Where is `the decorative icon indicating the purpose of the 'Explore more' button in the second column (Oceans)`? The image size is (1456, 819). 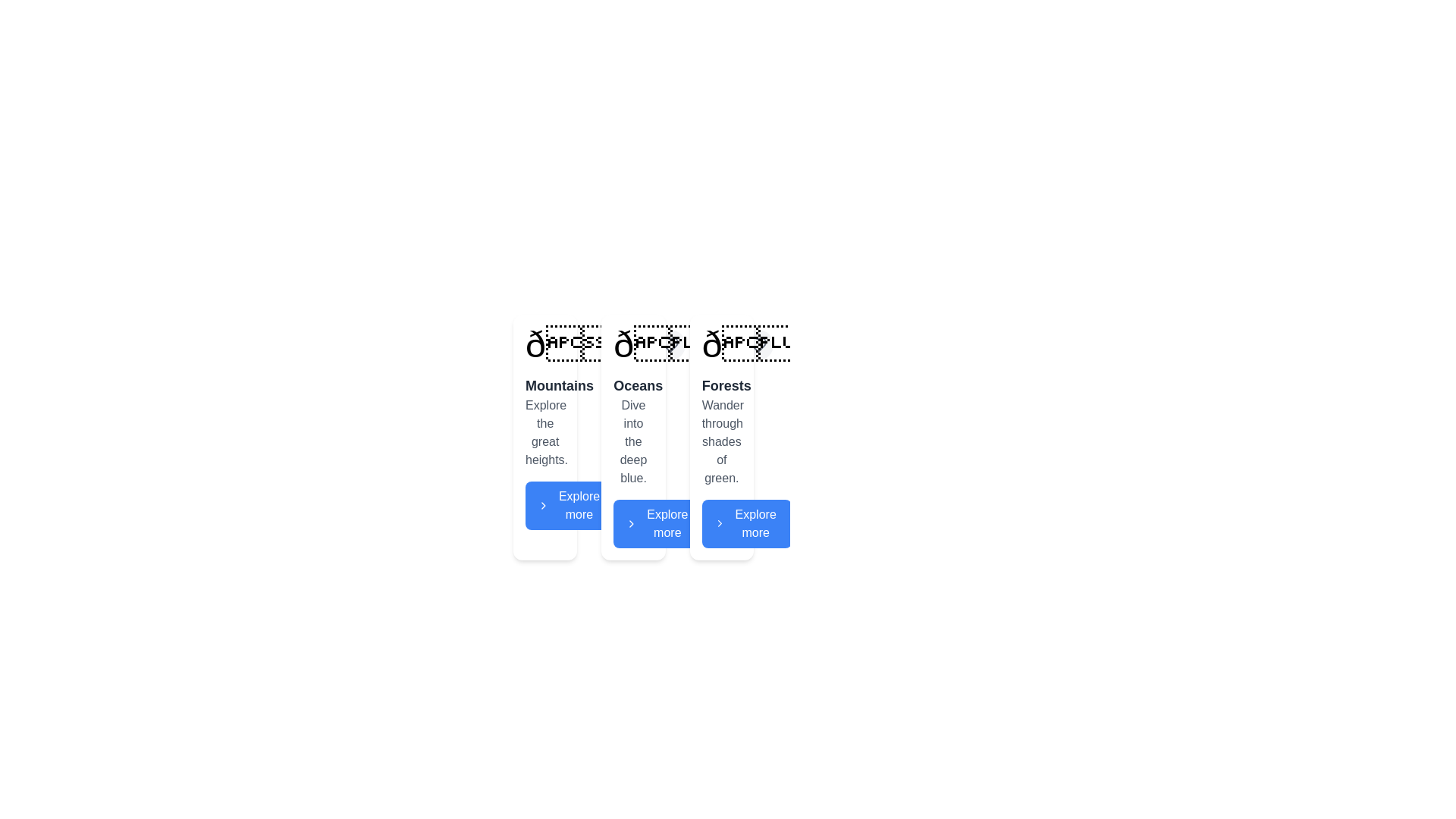
the decorative icon indicating the purpose of the 'Explore more' button in the second column (Oceans) is located at coordinates (632, 522).